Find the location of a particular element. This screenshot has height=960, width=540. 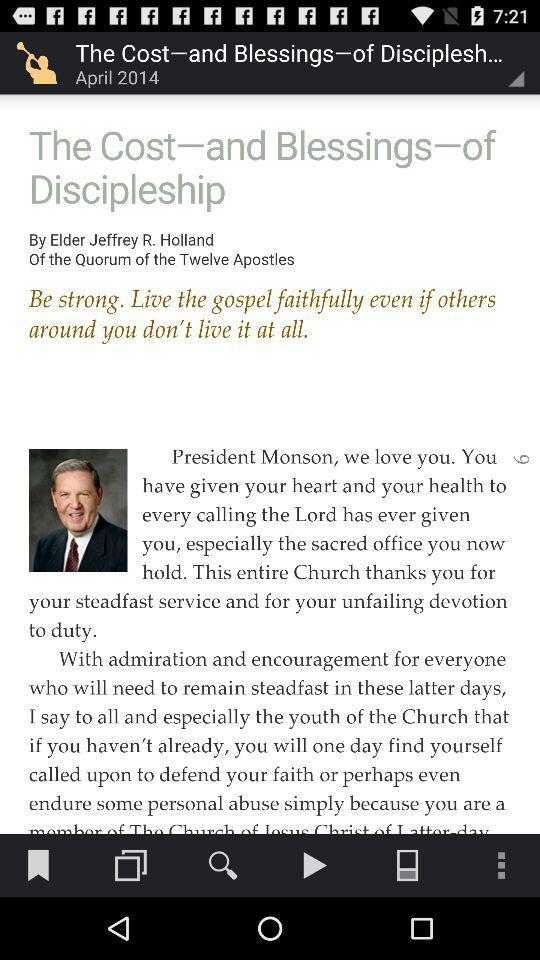

whole article is located at coordinates (270, 416).